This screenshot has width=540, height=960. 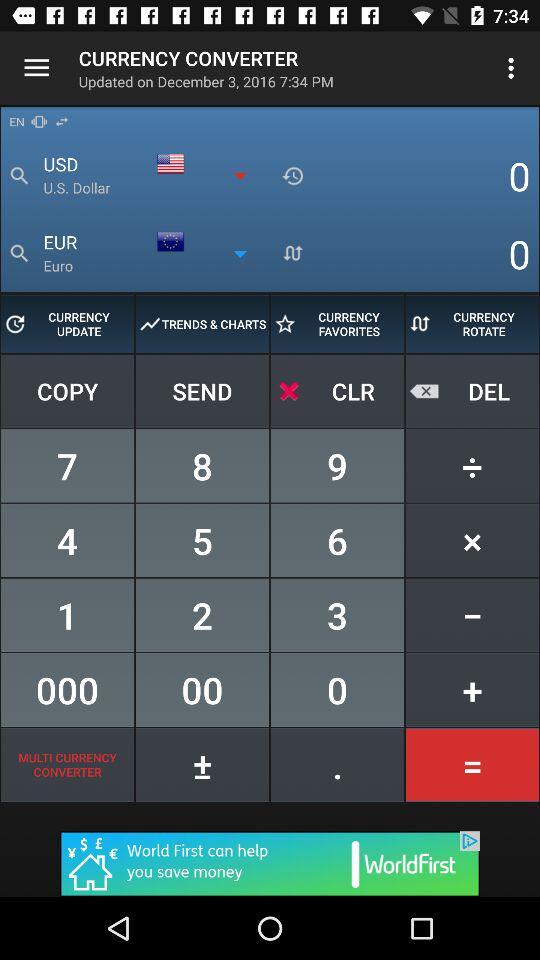 I want to click on number 1 in the keypad, so click(x=67, y=614).